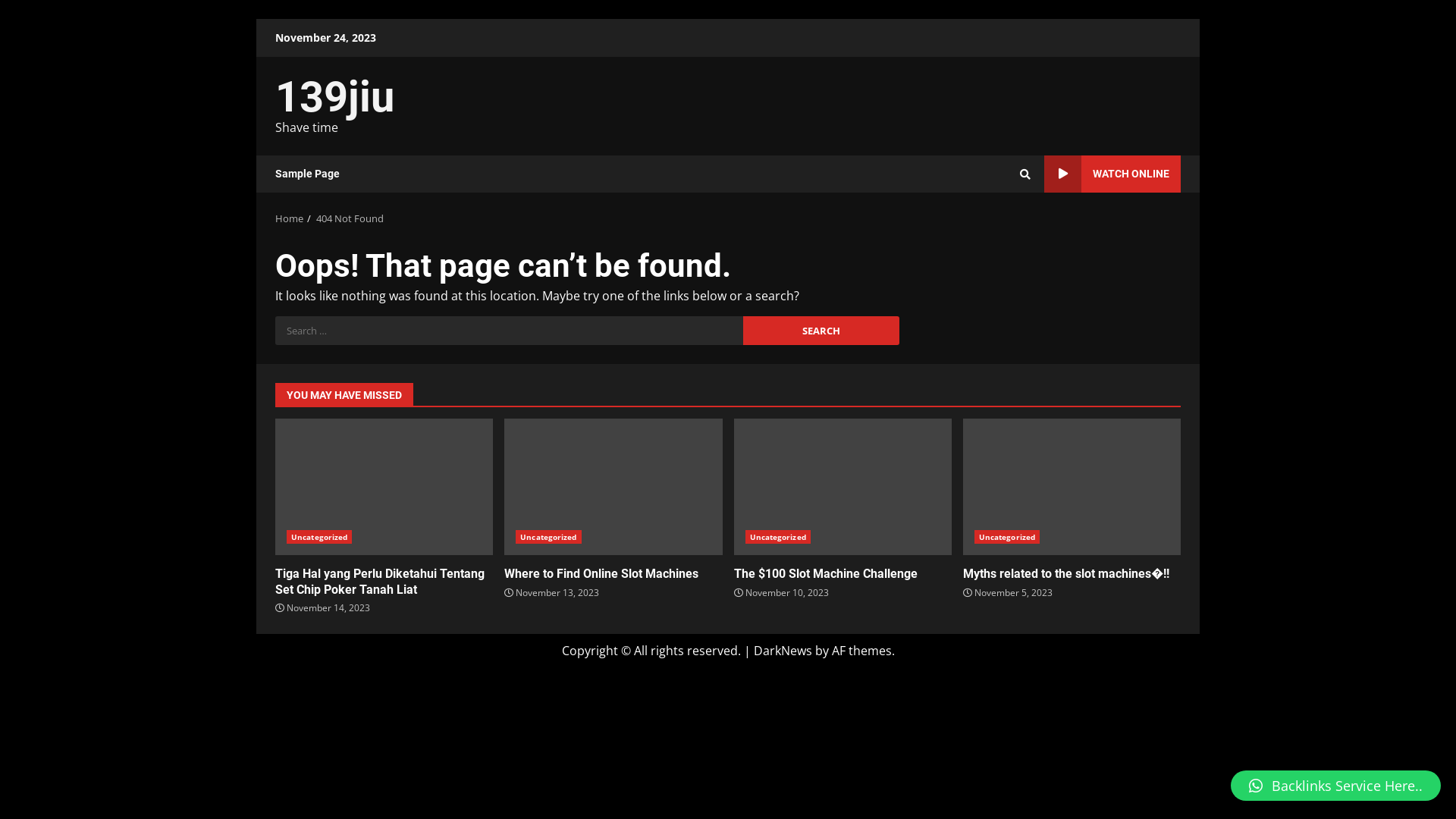 The height and width of the screenshot is (819, 1456). Describe the element at coordinates (1112, 173) in the screenshot. I see `'WATCH ONLINE'` at that location.